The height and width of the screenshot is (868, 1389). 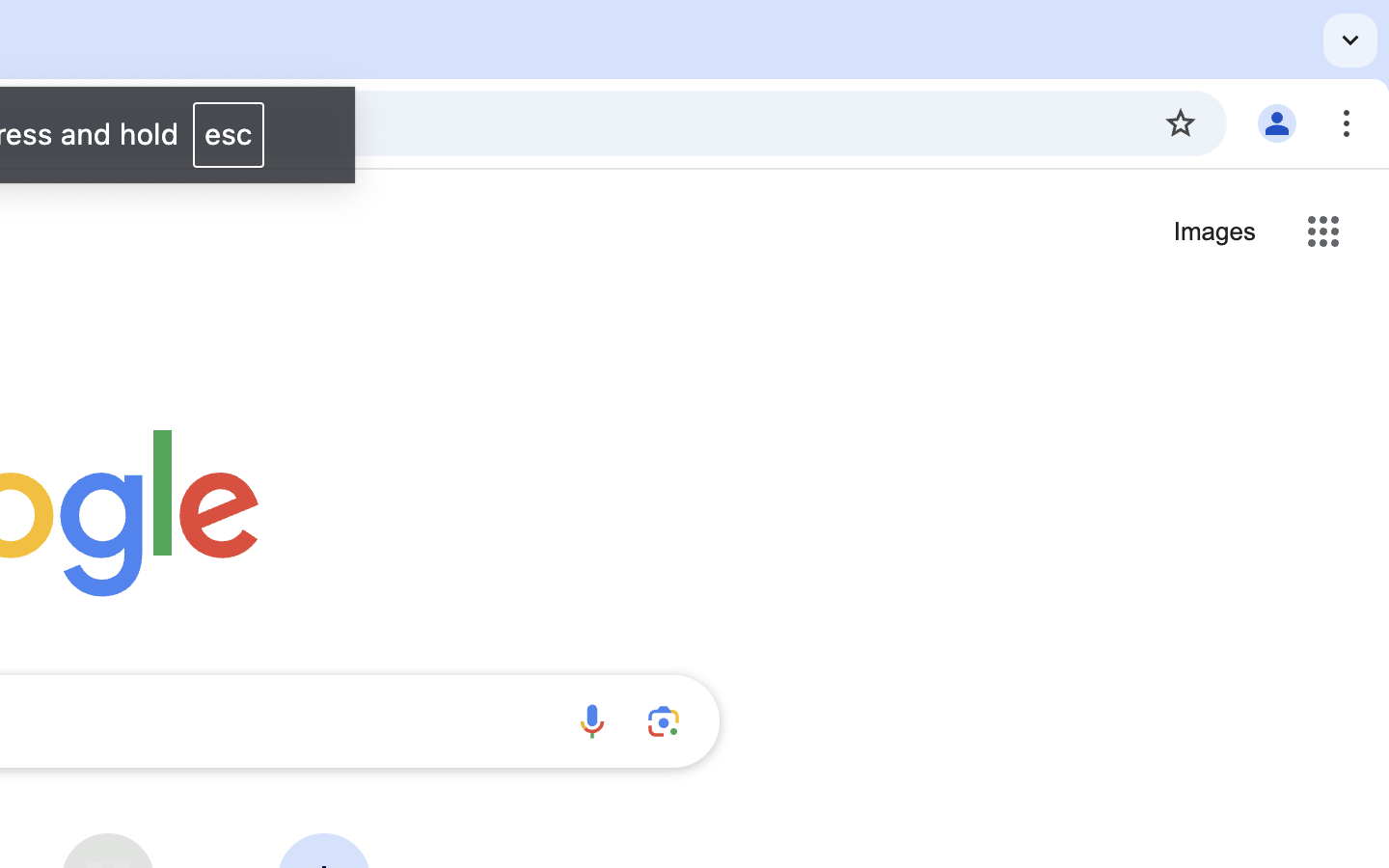 What do you see at coordinates (1212, 231) in the screenshot?
I see `'Images'` at bounding box center [1212, 231].